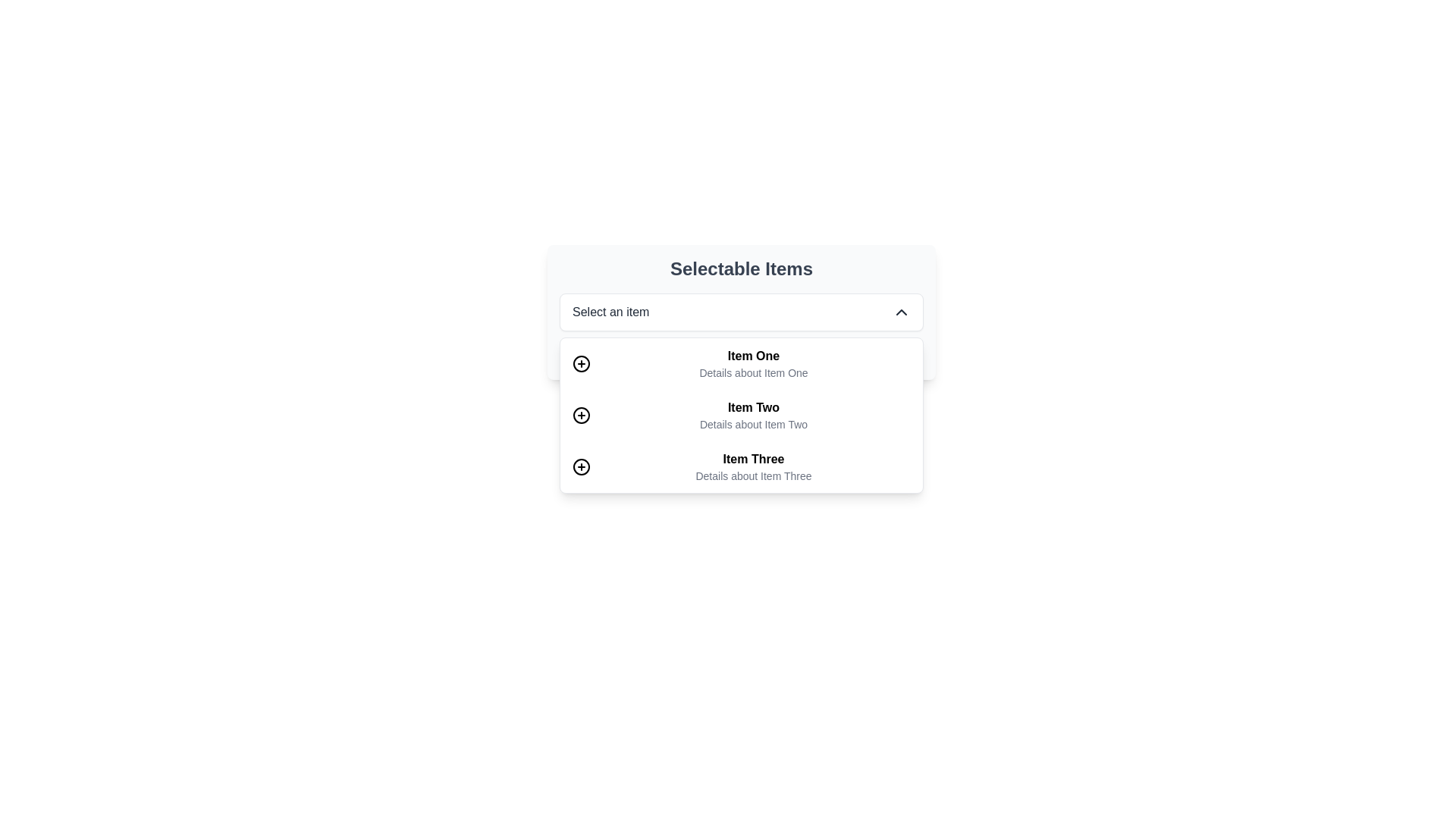  I want to click on the List item containing the bold text 'Item One' and the circular icon with a plus sign, so click(742, 363).